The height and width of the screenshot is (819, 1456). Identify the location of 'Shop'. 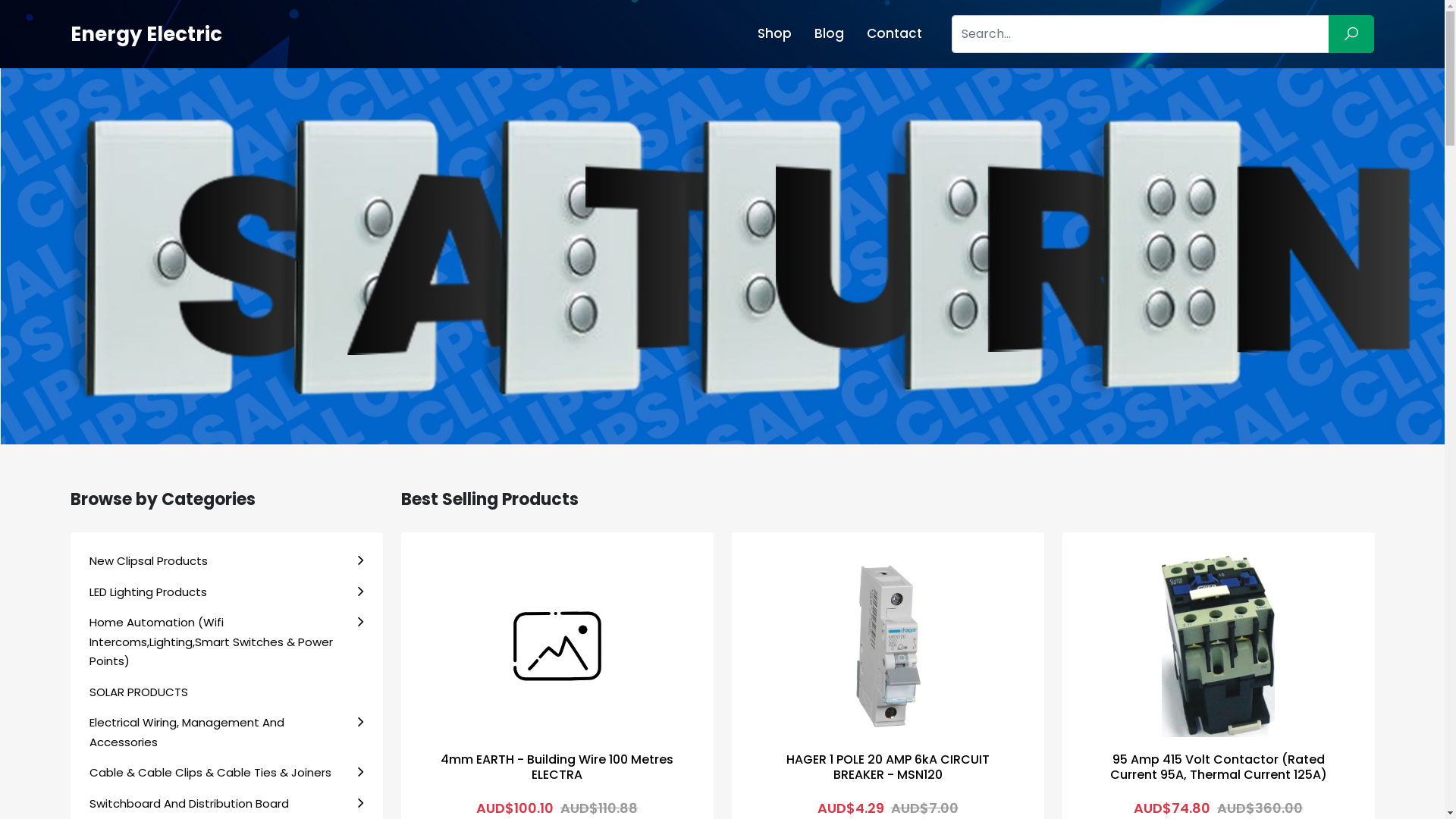
(774, 33).